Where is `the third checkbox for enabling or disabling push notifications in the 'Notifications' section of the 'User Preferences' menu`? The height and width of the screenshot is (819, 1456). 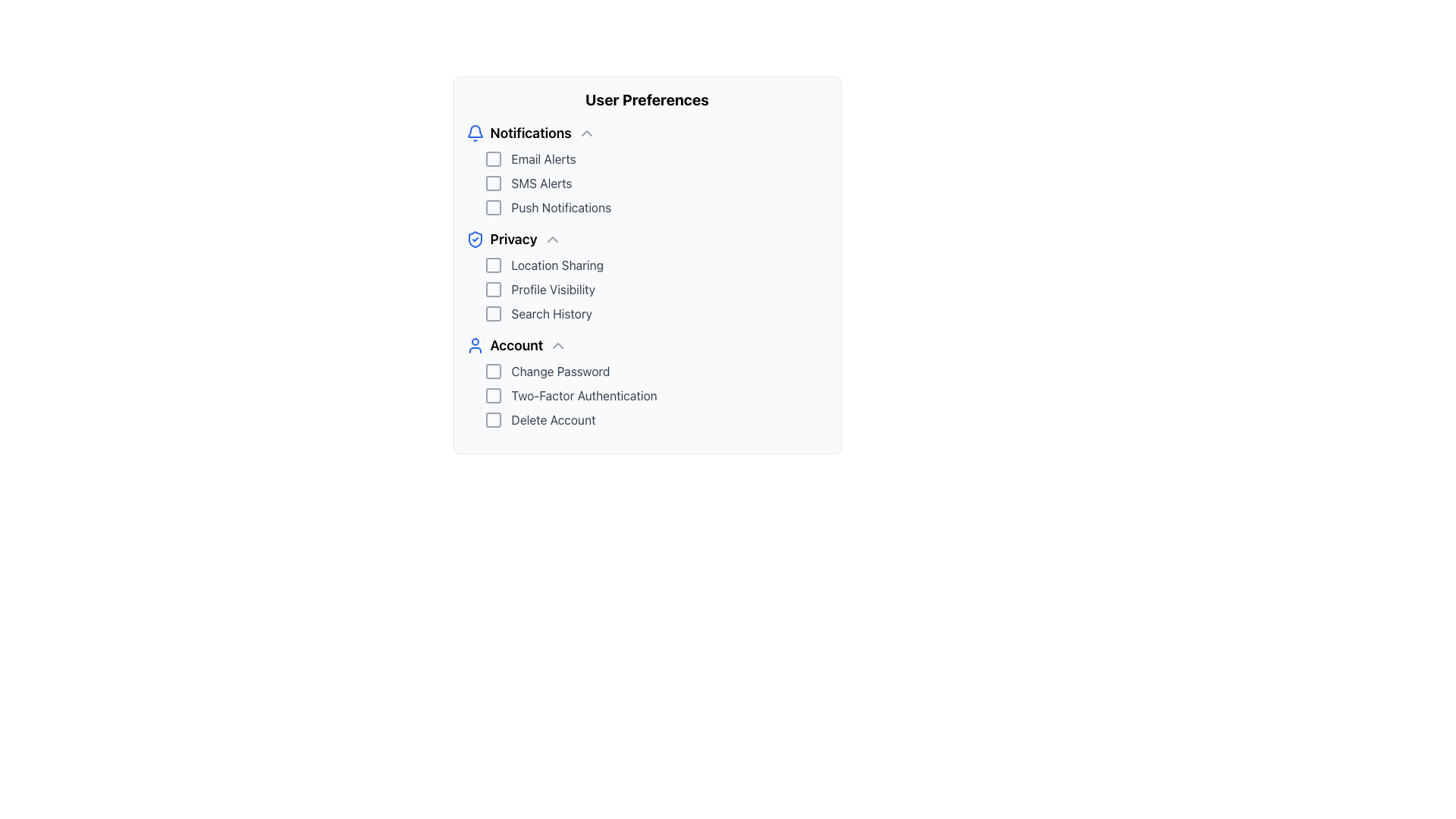 the third checkbox for enabling or disabling push notifications in the 'Notifications' section of the 'User Preferences' menu is located at coordinates (493, 207).